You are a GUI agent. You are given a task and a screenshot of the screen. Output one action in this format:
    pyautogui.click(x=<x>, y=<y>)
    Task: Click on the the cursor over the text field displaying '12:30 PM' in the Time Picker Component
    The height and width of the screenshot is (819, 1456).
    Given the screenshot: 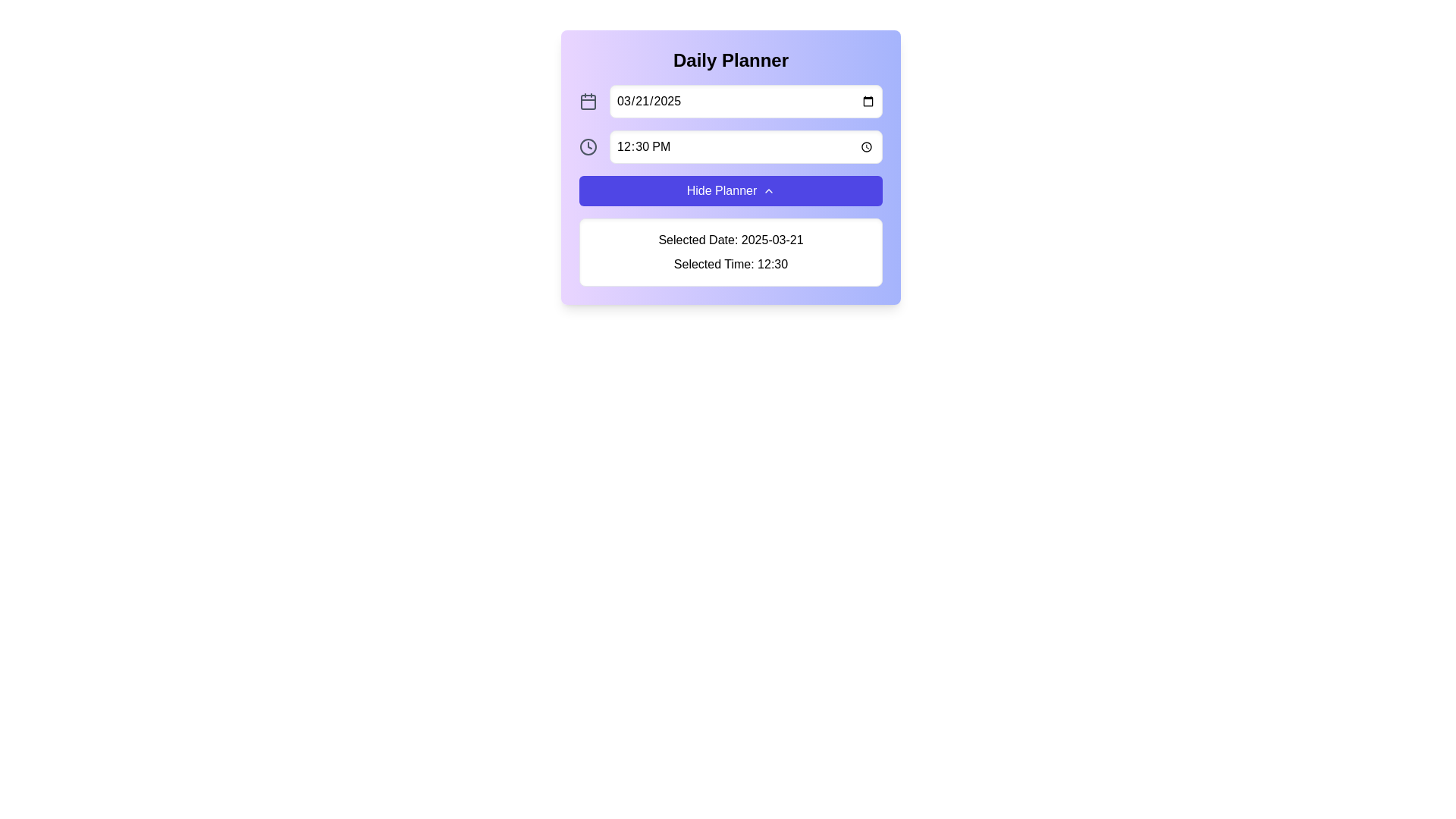 What is the action you would take?
    pyautogui.click(x=731, y=146)
    